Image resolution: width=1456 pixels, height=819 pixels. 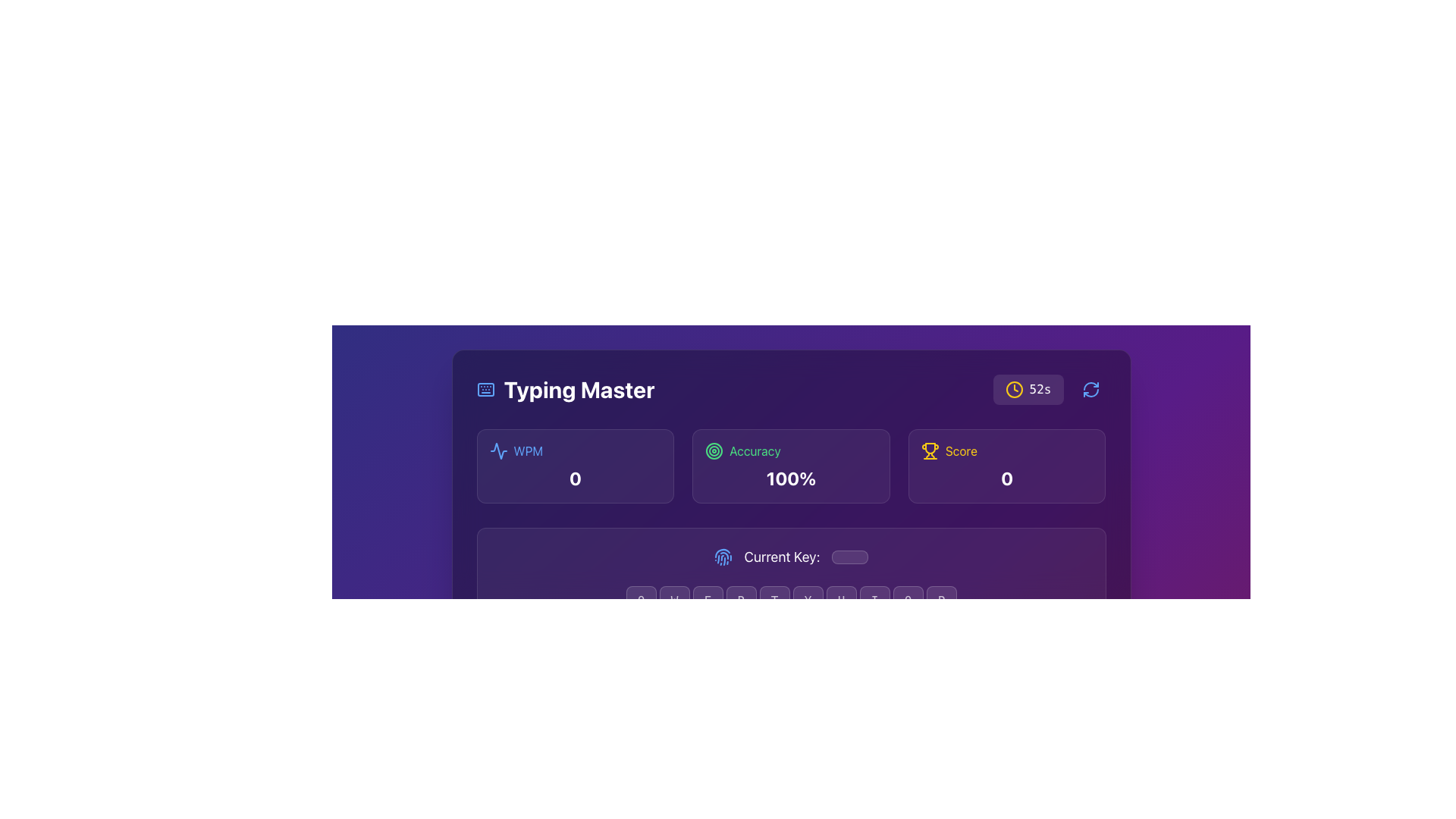 What do you see at coordinates (807, 601) in the screenshot?
I see `the Key button with the letter 'Y', which is the middle button of the top row positioned between the 'T' and 'U' keys` at bounding box center [807, 601].